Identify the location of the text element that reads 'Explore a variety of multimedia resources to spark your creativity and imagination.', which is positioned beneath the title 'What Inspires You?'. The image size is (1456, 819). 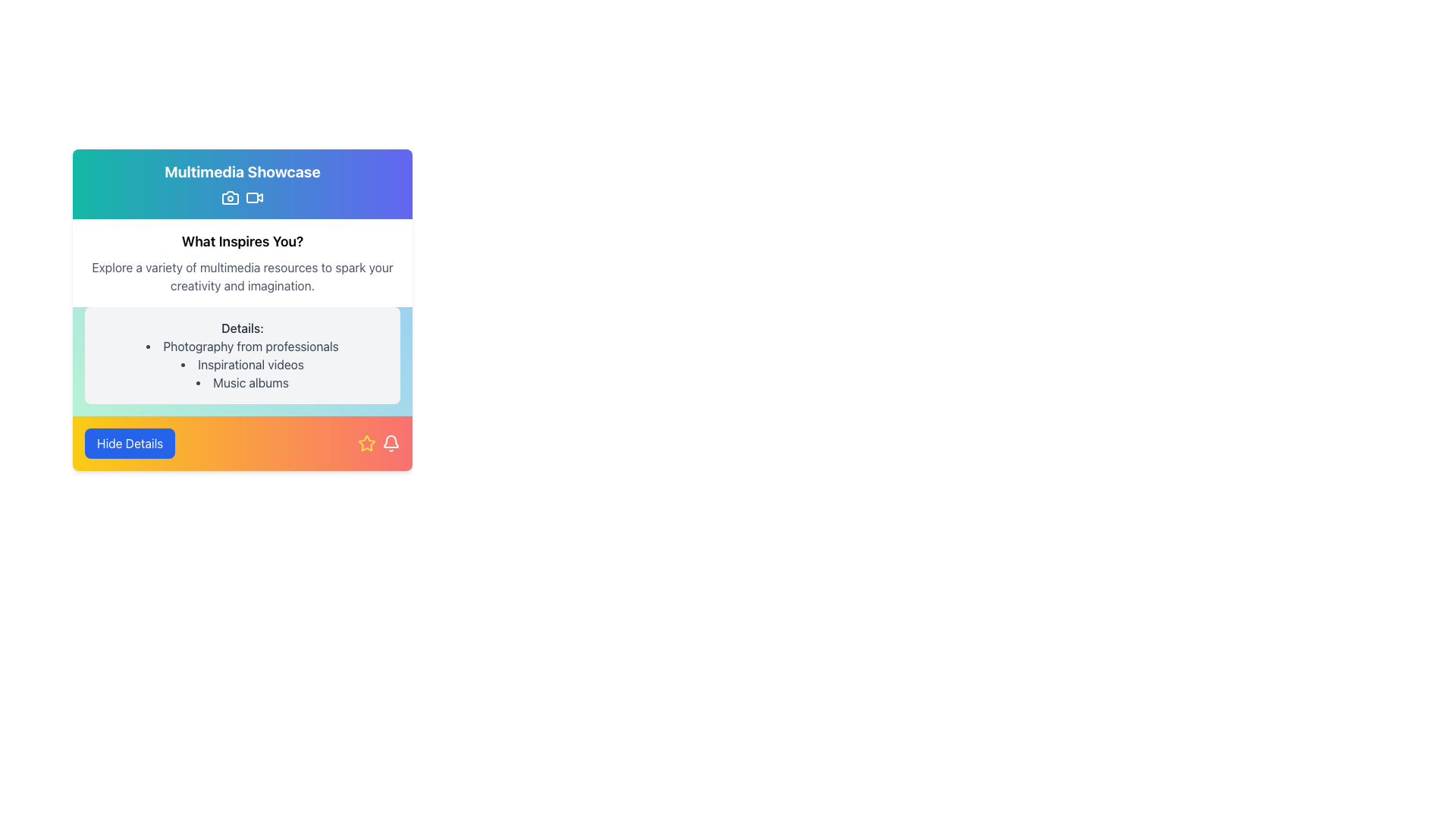
(243, 277).